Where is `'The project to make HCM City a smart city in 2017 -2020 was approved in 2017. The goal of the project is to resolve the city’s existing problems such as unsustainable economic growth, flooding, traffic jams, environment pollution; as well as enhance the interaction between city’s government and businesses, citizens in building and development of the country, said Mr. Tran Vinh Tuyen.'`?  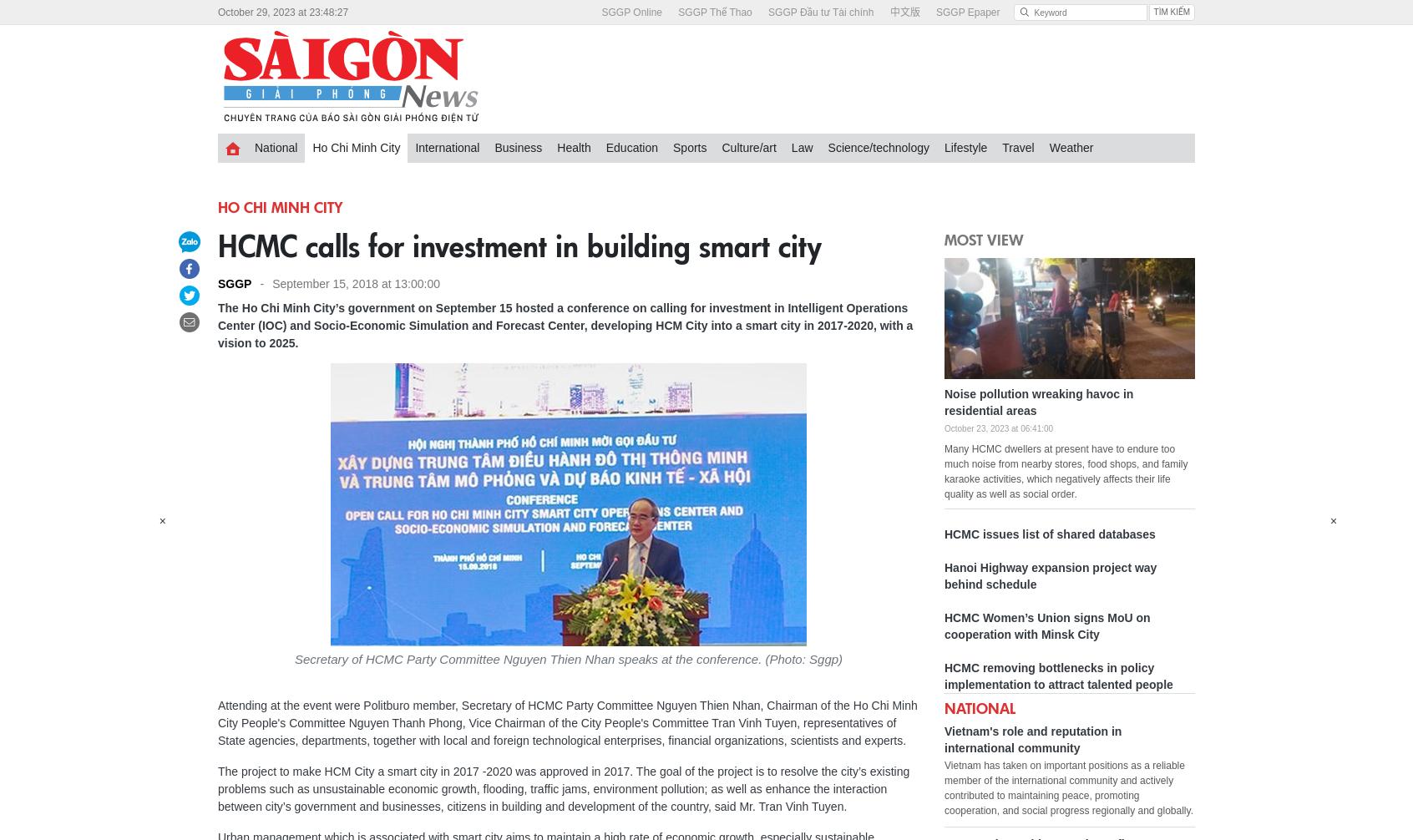
'The project to make HCM City a smart city in 2017 -2020 was approved in 2017. The goal of the project is to resolve the city’s existing problems such as unsustainable economic growth, flooding, traffic jams, environment pollution; as well as enhance the interaction between city’s government and businesses, citizens in building and development of the country, said Mr. Tran Vinh Tuyen.' is located at coordinates (218, 787).